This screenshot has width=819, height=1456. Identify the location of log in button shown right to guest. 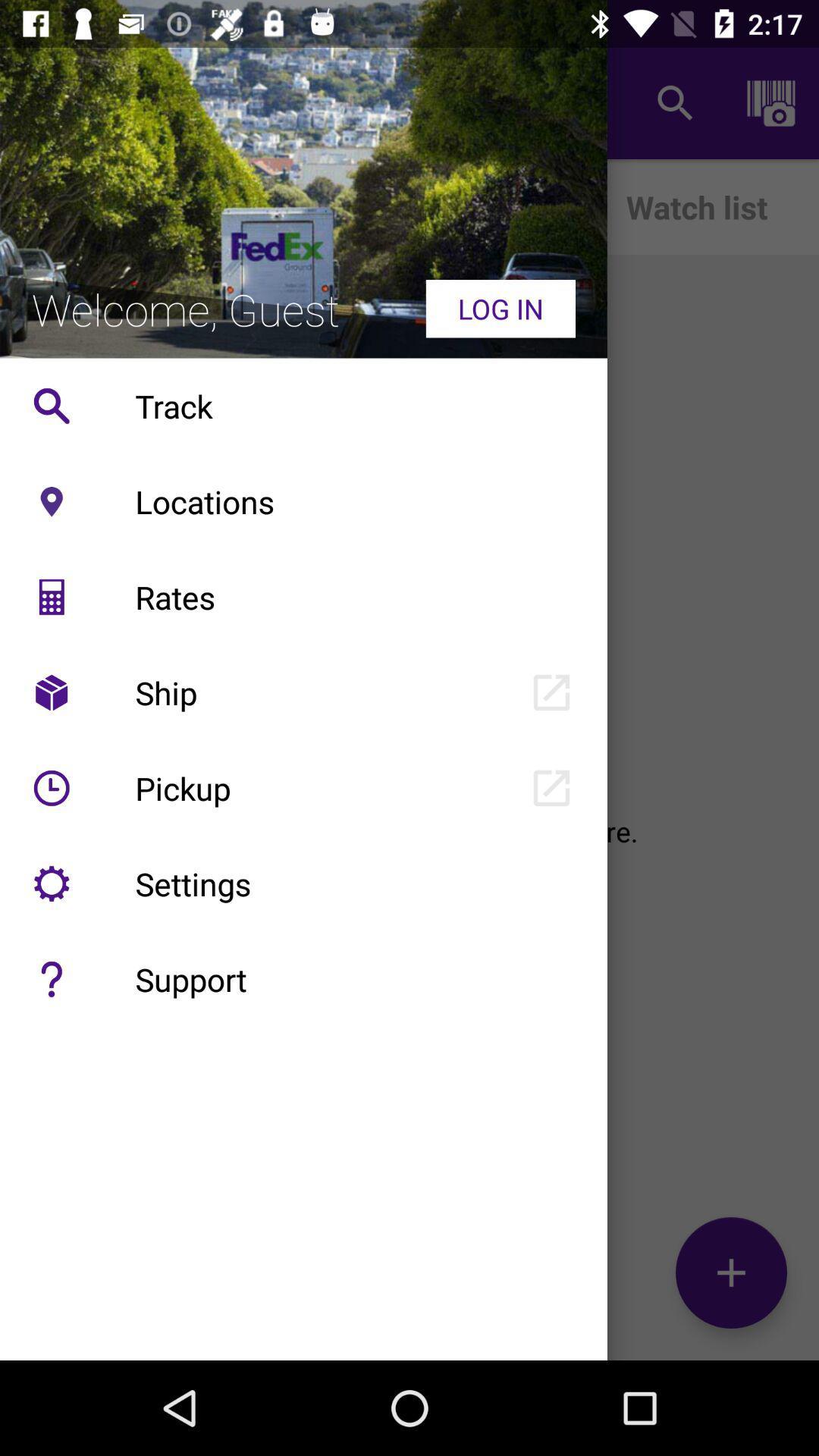
(500, 308).